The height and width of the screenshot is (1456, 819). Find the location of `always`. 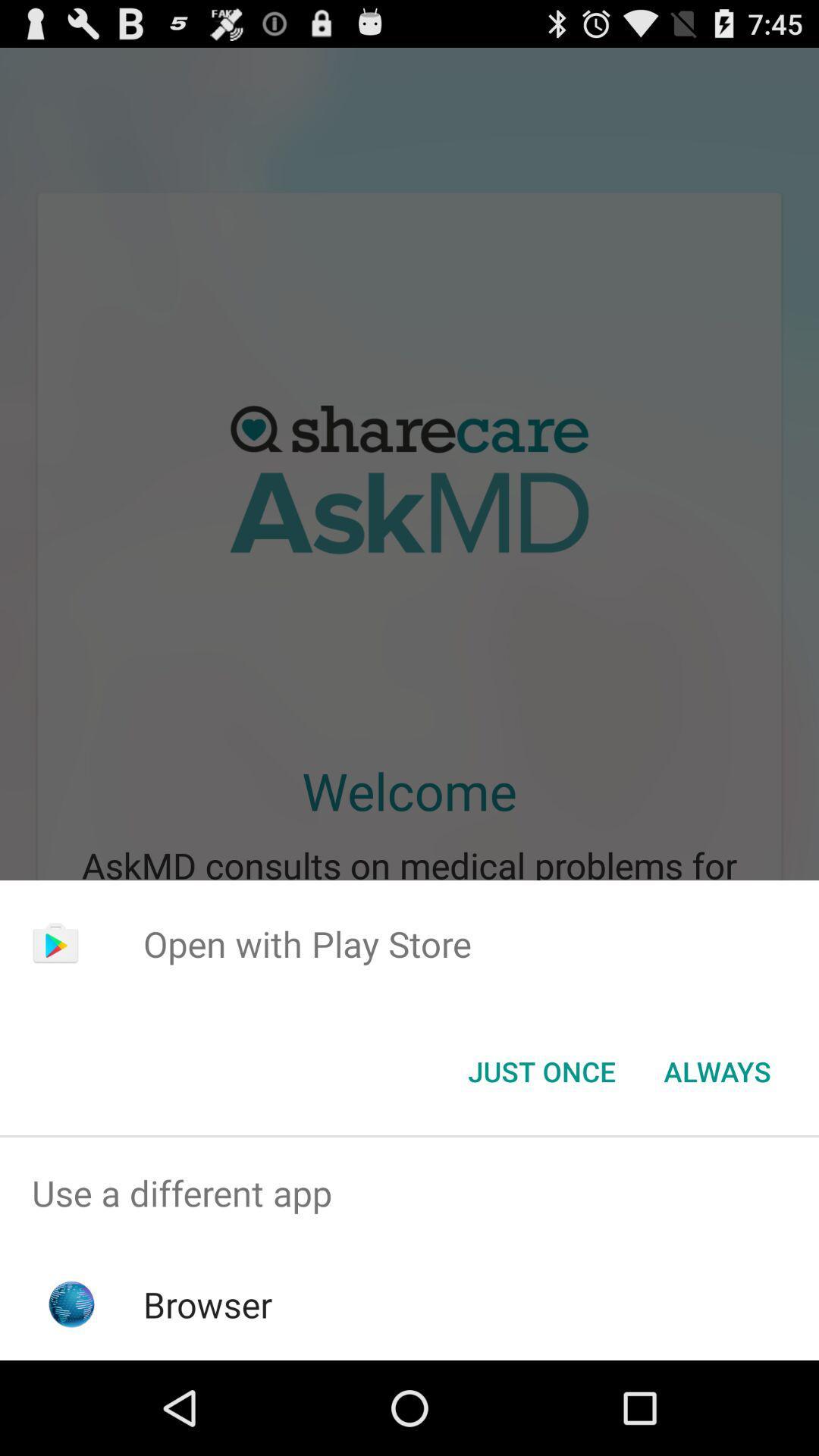

always is located at coordinates (717, 1070).